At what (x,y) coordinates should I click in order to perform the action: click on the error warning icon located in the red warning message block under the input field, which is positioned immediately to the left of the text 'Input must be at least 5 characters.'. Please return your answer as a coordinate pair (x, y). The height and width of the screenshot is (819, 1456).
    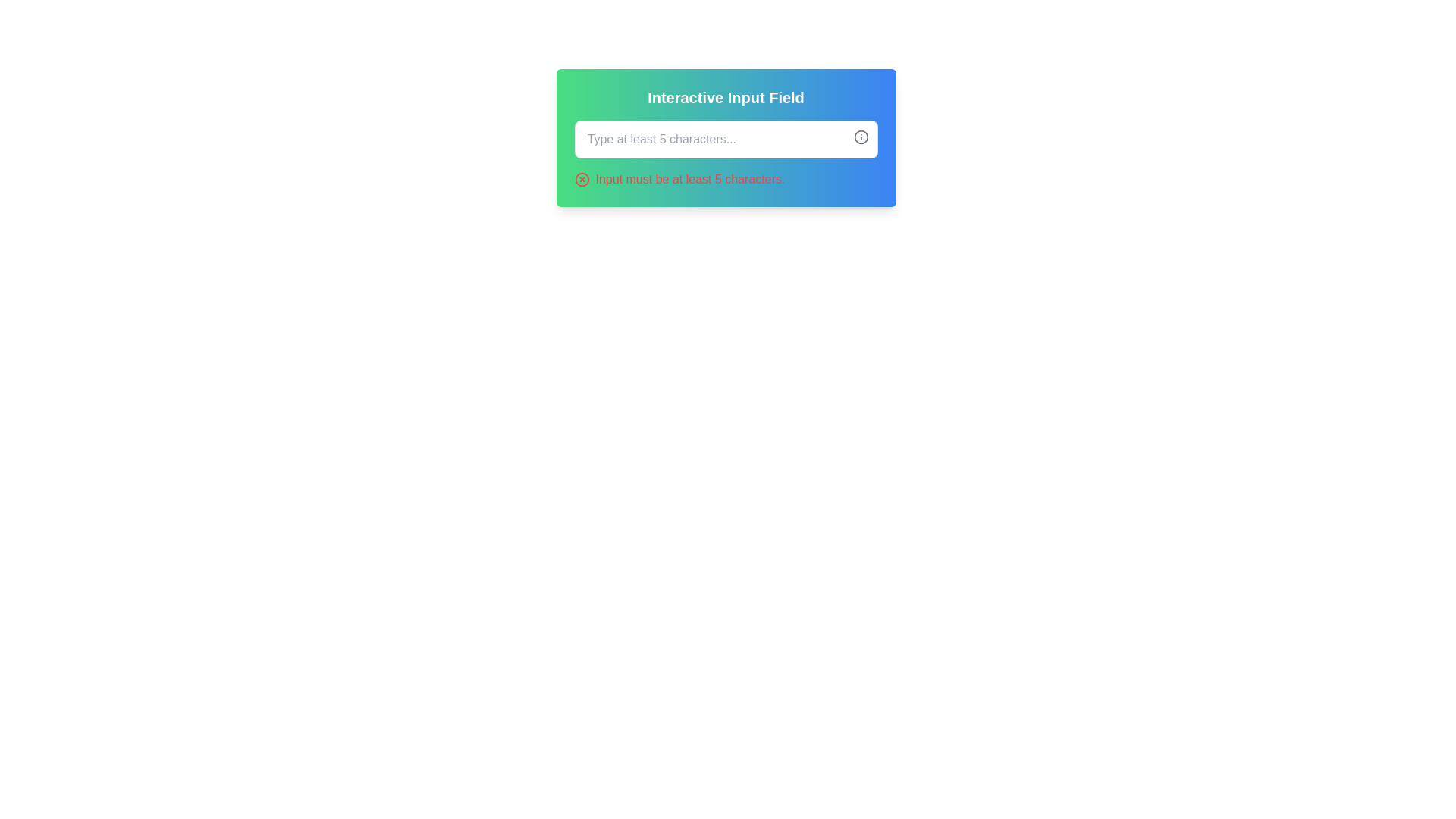
    Looking at the image, I should click on (581, 178).